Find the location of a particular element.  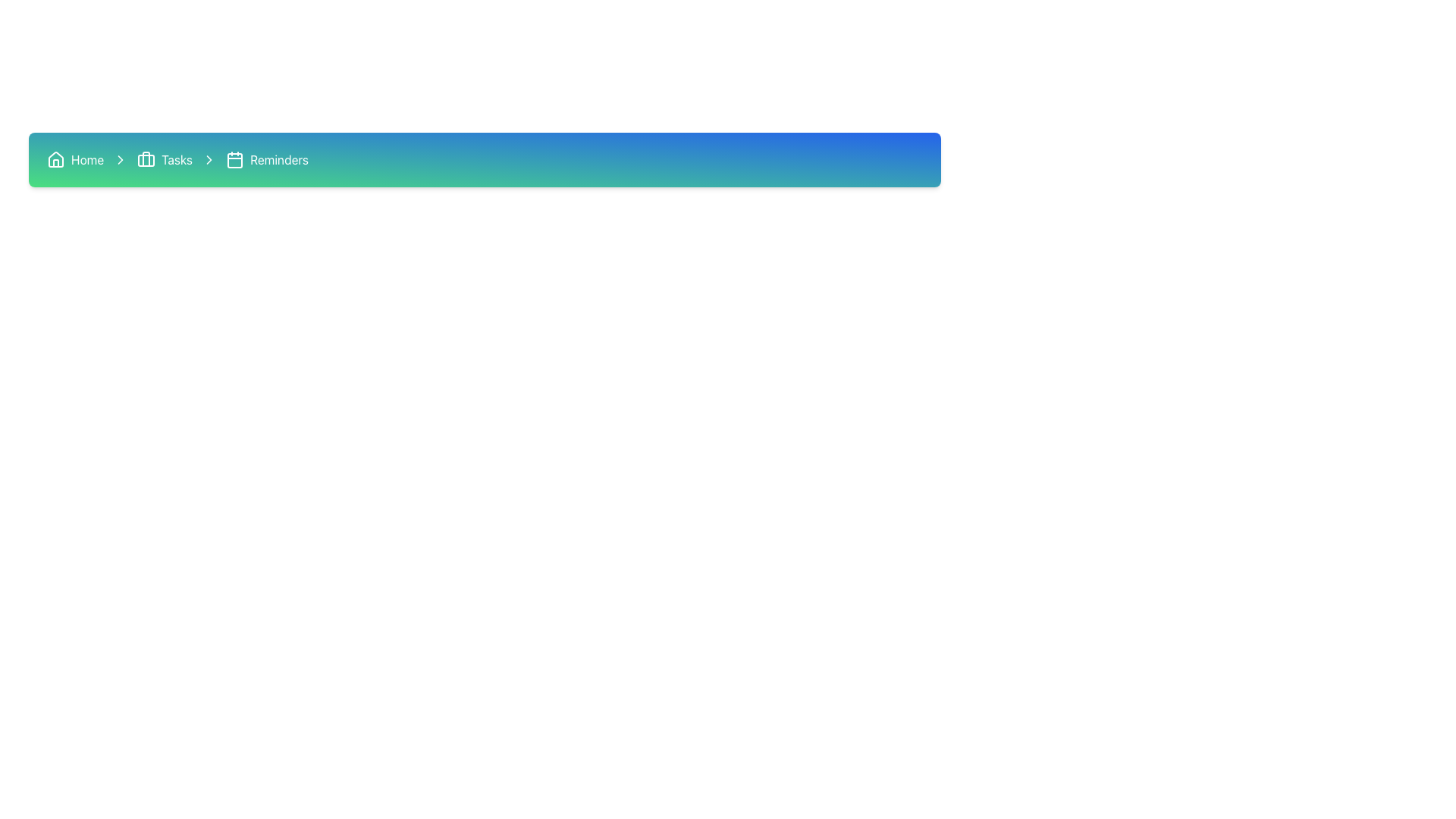

the Chevron icon located on the navigation bar between the 'Tasks' and 'Reminders' sections, which indicates navigation and relationship between these items is located at coordinates (120, 160).